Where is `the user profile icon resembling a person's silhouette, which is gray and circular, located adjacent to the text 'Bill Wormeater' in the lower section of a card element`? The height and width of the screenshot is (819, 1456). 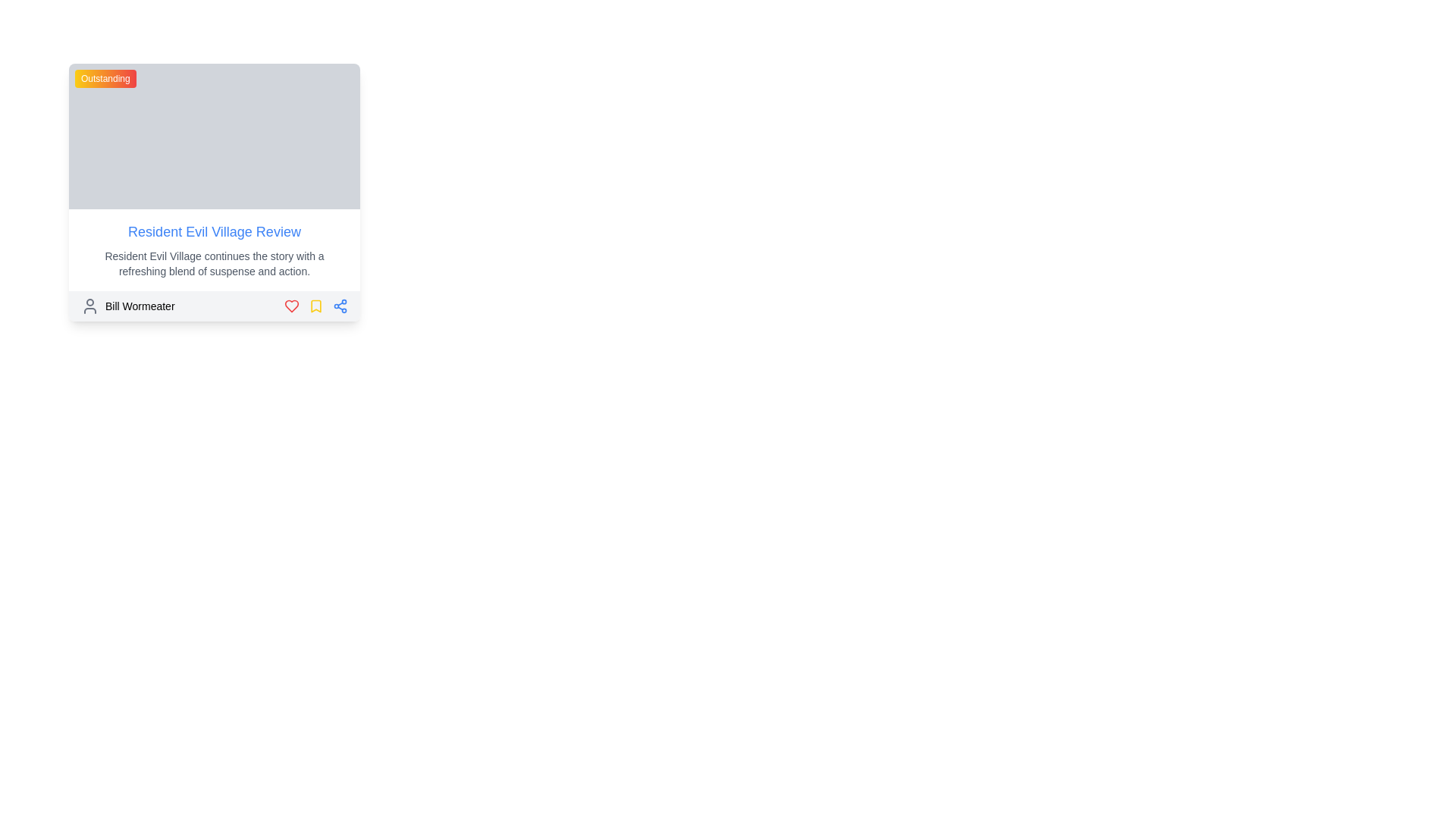
the user profile icon resembling a person's silhouette, which is gray and circular, located adjacent to the text 'Bill Wormeater' in the lower section of a card element is located at coordinates (89, 306).